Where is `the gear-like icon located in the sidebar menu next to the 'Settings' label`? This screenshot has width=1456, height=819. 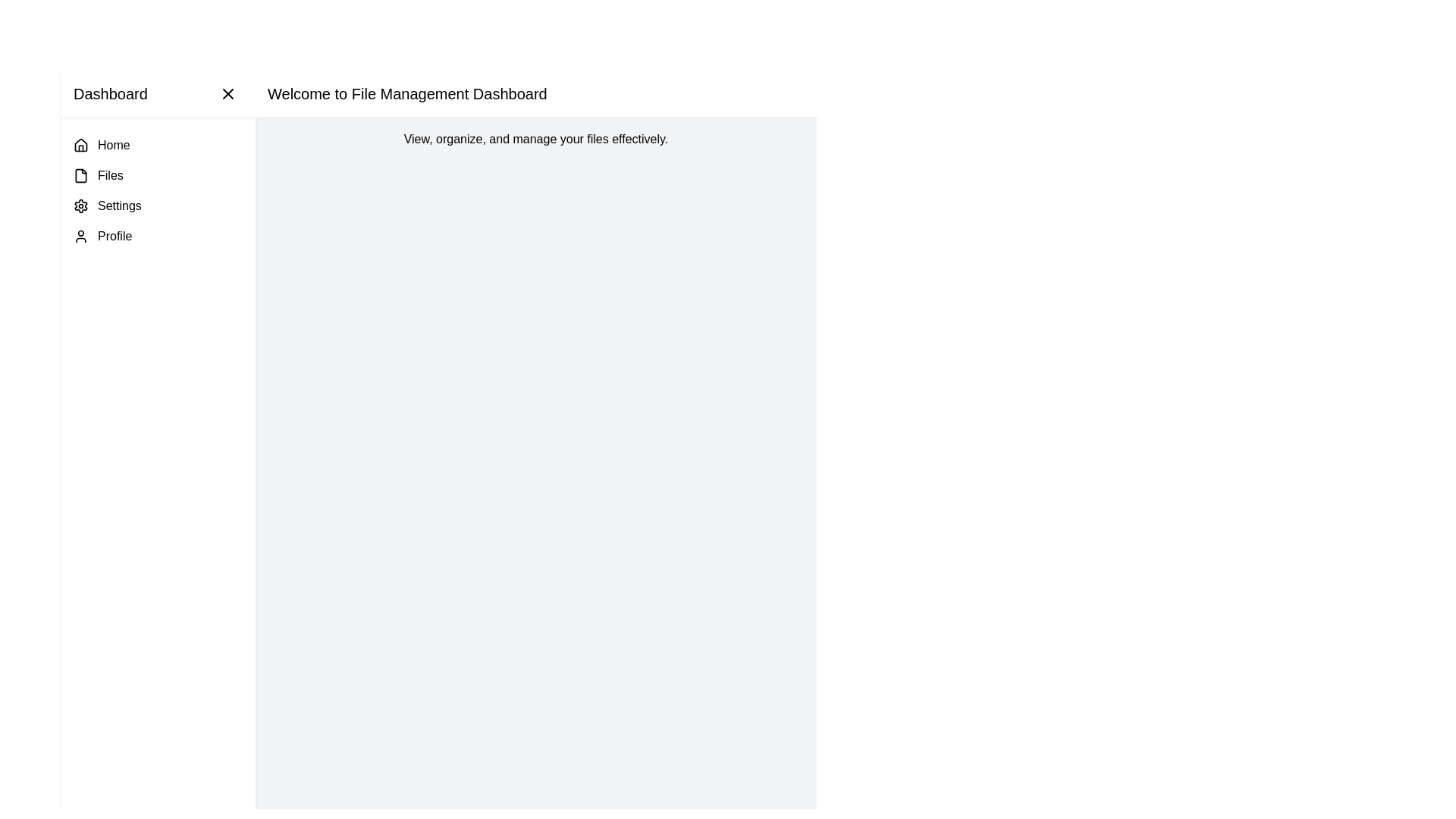 the gear-like icon located in the sidebar menu next to the 'Settings' label is located at coordinates (80, 206).